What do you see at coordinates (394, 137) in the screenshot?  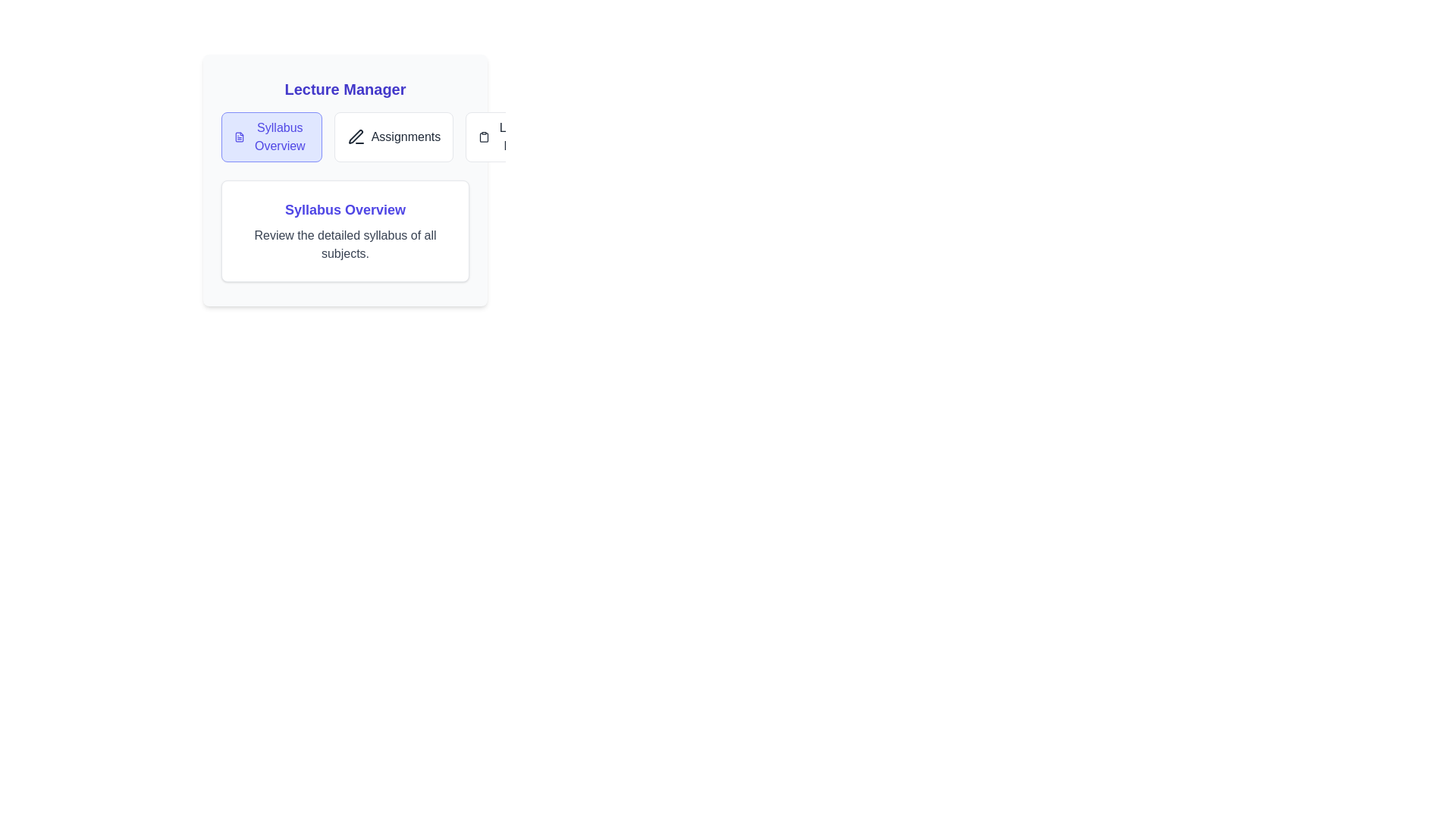 I see `the 'Assignments' button, which is a rectangular button with rounded corners, a white background, and the text 'Assignments' in a dark, bold font` at bounding box center [394, 137].